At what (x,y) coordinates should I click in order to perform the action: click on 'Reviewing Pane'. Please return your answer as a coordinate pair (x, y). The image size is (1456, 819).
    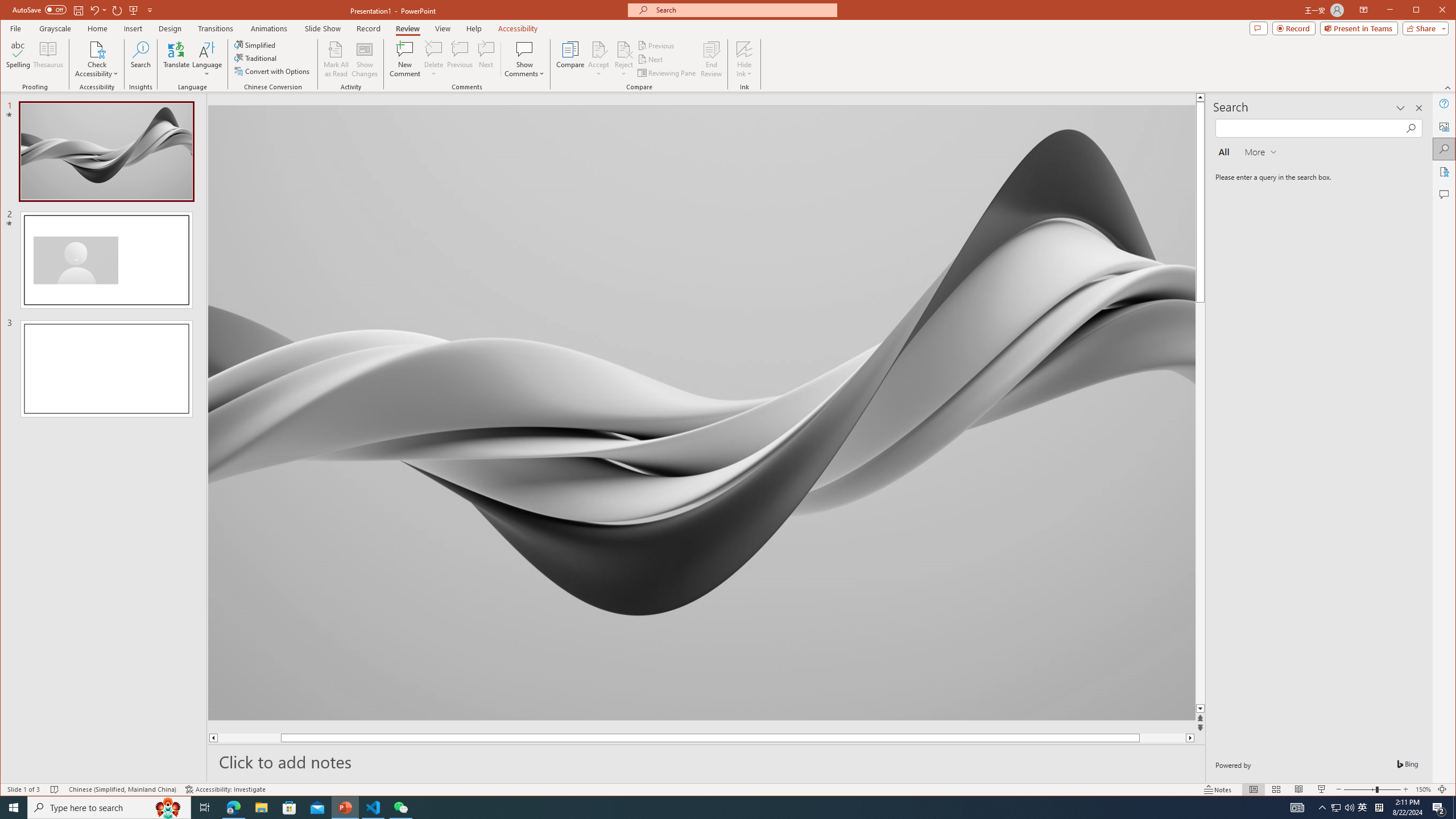
    Looking at the image, I should click on (667, 72).